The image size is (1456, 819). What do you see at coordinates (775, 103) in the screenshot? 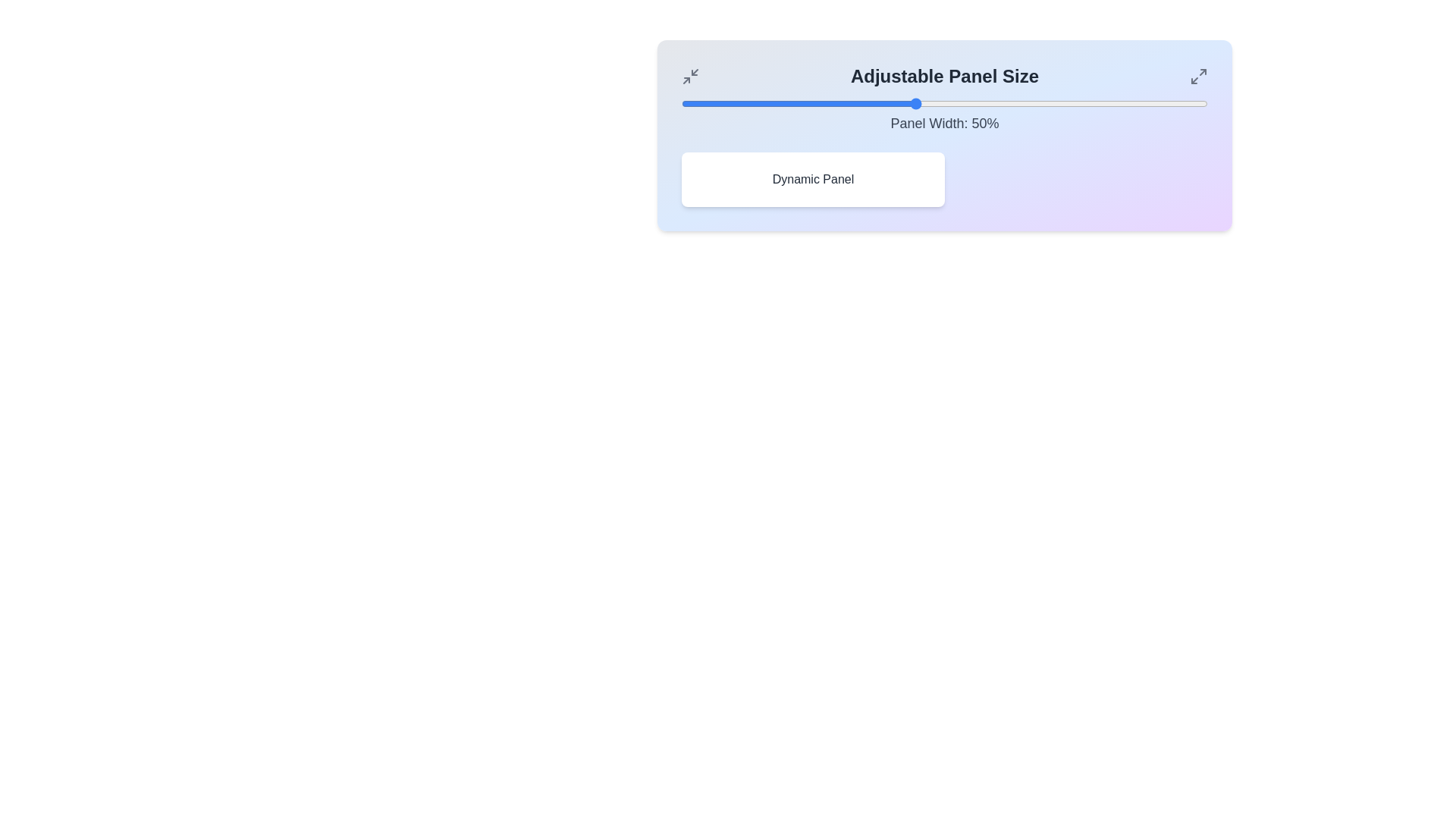
I see `the slider value` at bounding box center [775, 103].